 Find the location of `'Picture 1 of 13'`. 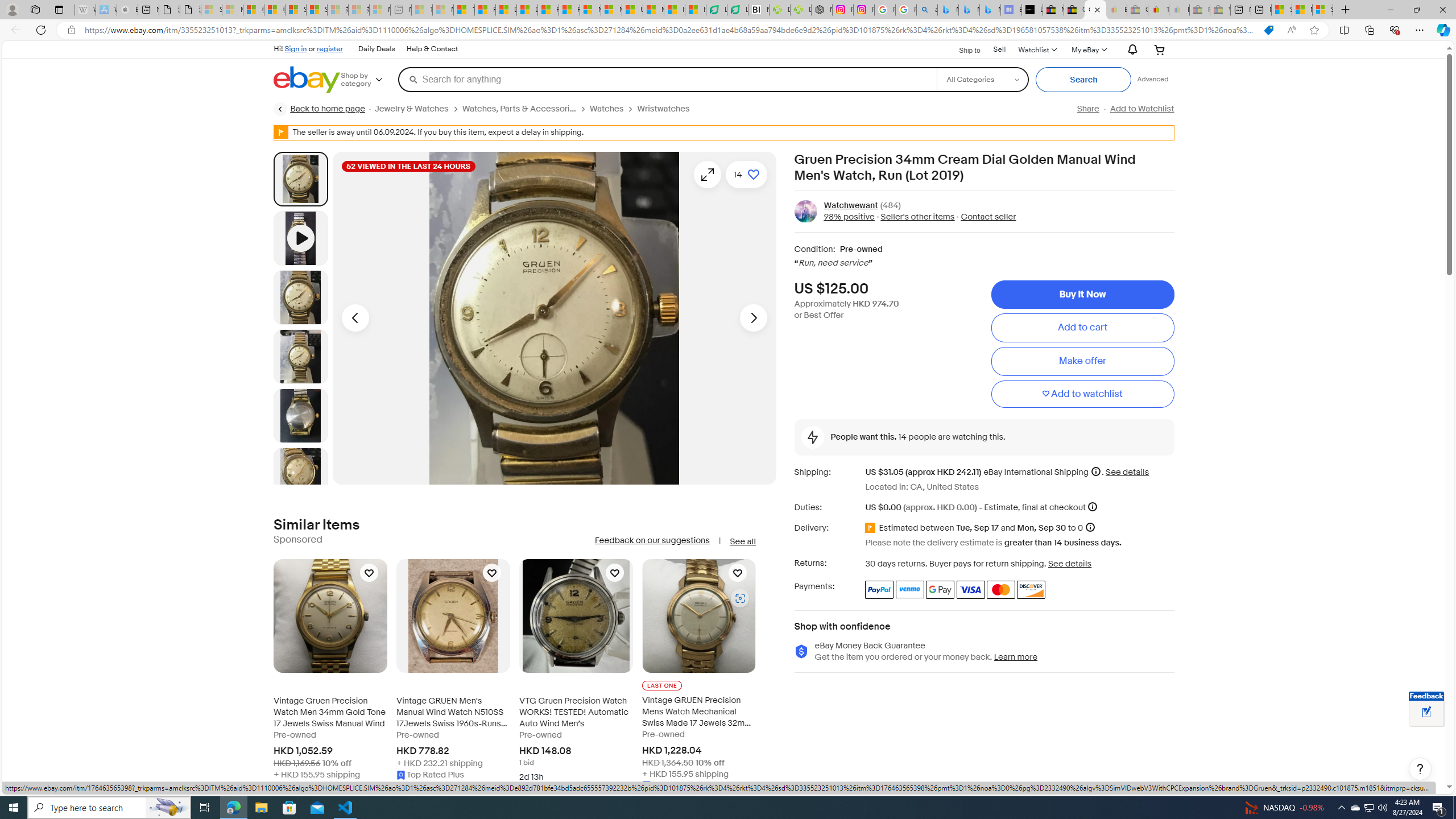

'Picture 1 of 13' is located at coordinates (300, 179).